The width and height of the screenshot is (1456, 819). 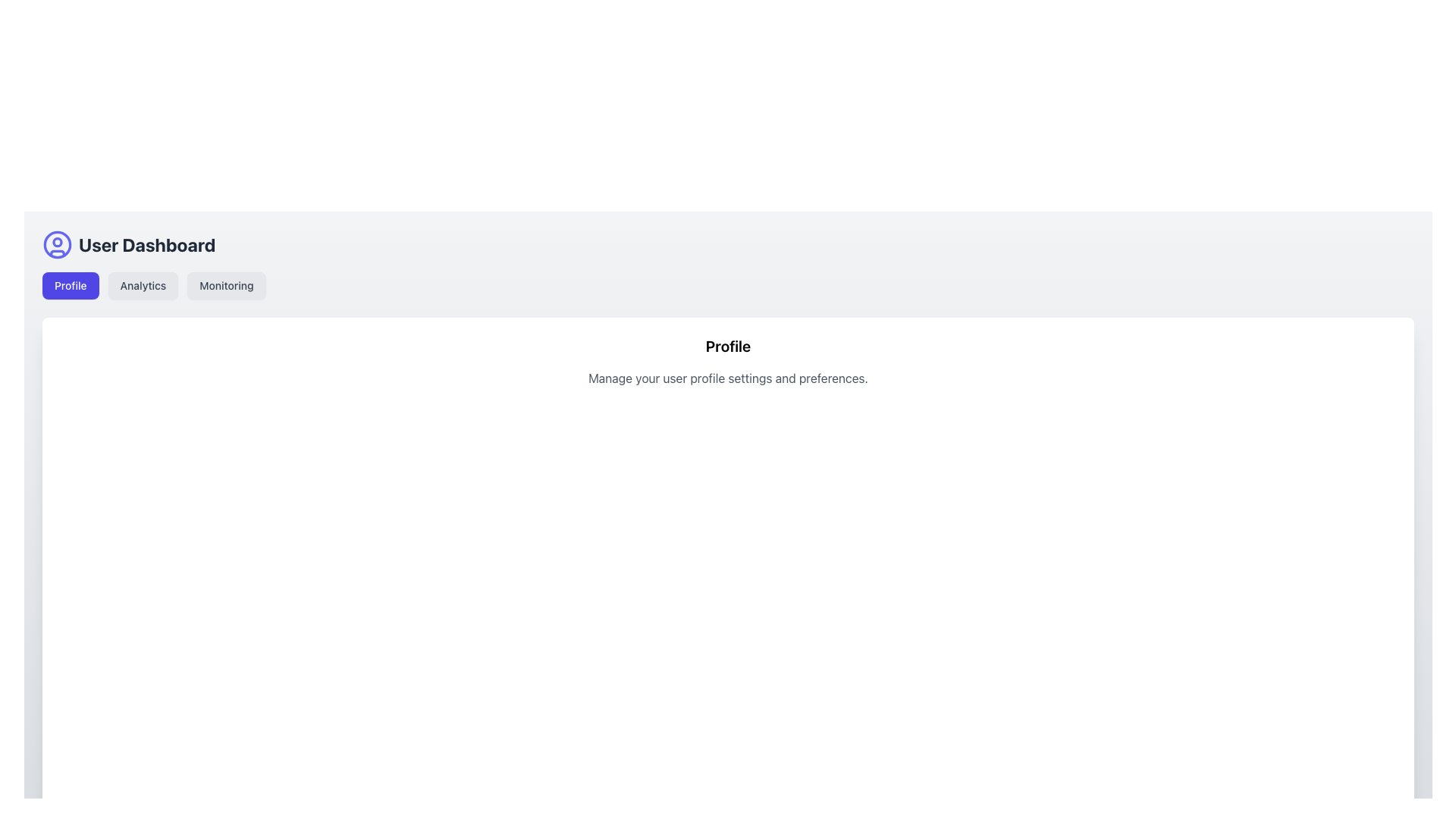 What do you see at coordinates (225, 286) in the screenshot?
I see `the 'Monitoring' button, which is the third button in a row` at bounding box center [225, 286].